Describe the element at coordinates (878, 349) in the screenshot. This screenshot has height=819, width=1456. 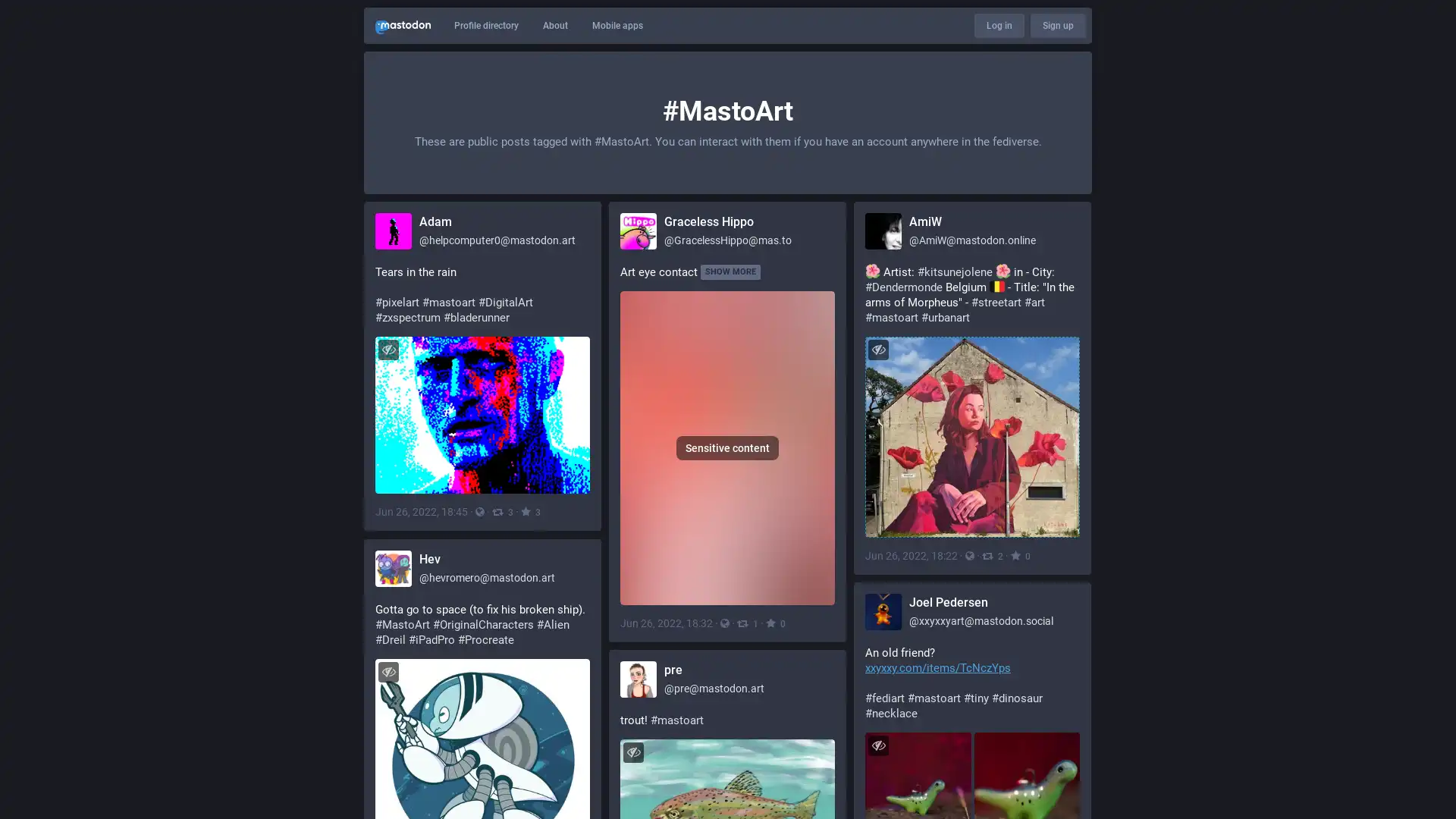
I see `Hide image` at that location.